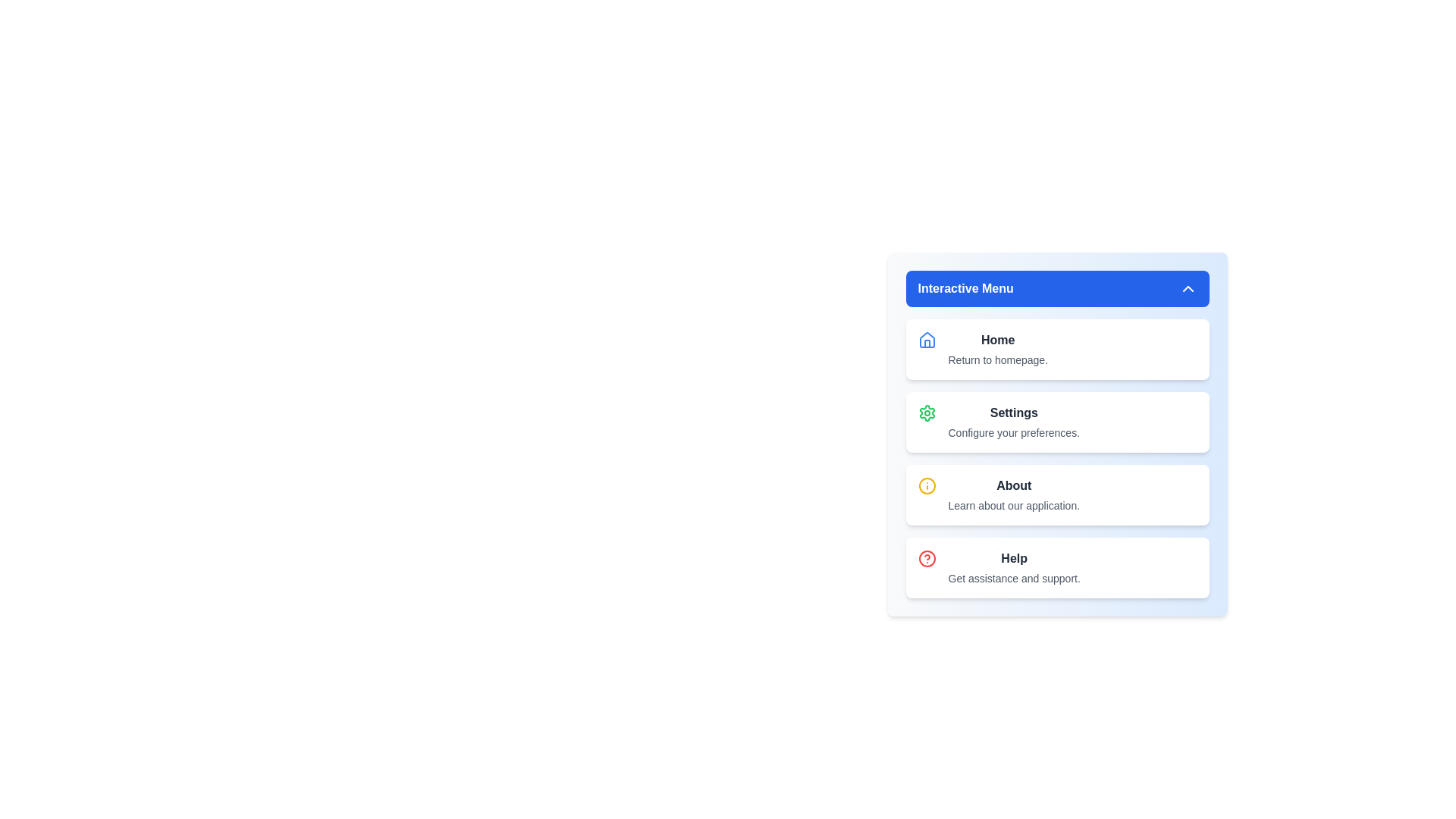 The image size is (1456, 819). I want to click on the 'Help' section title text label located in the bottommost section of the vertical menu list under 'Interactive Menu', just below the 'About' menu option, so click(1014, 558).